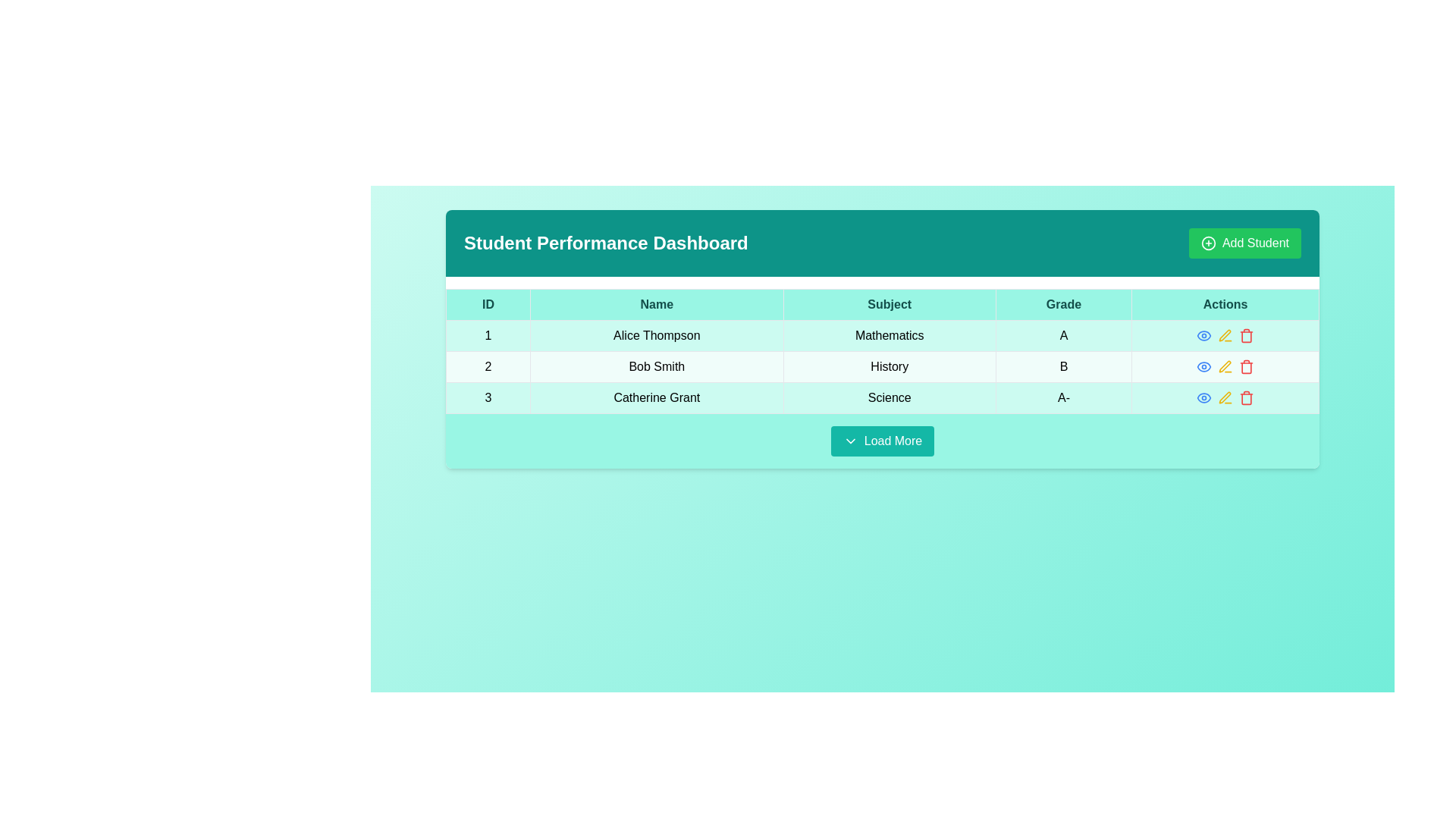 Image resolution: width=1456 pixels, height=819 pixels. Describe the element at coordinates (657, 335) in the screenshot. I see `the 'Alice Thompson' label, which is located in the second column of the first row of a data table, styled with light teal shades and bordered rectangular cell` at that location.